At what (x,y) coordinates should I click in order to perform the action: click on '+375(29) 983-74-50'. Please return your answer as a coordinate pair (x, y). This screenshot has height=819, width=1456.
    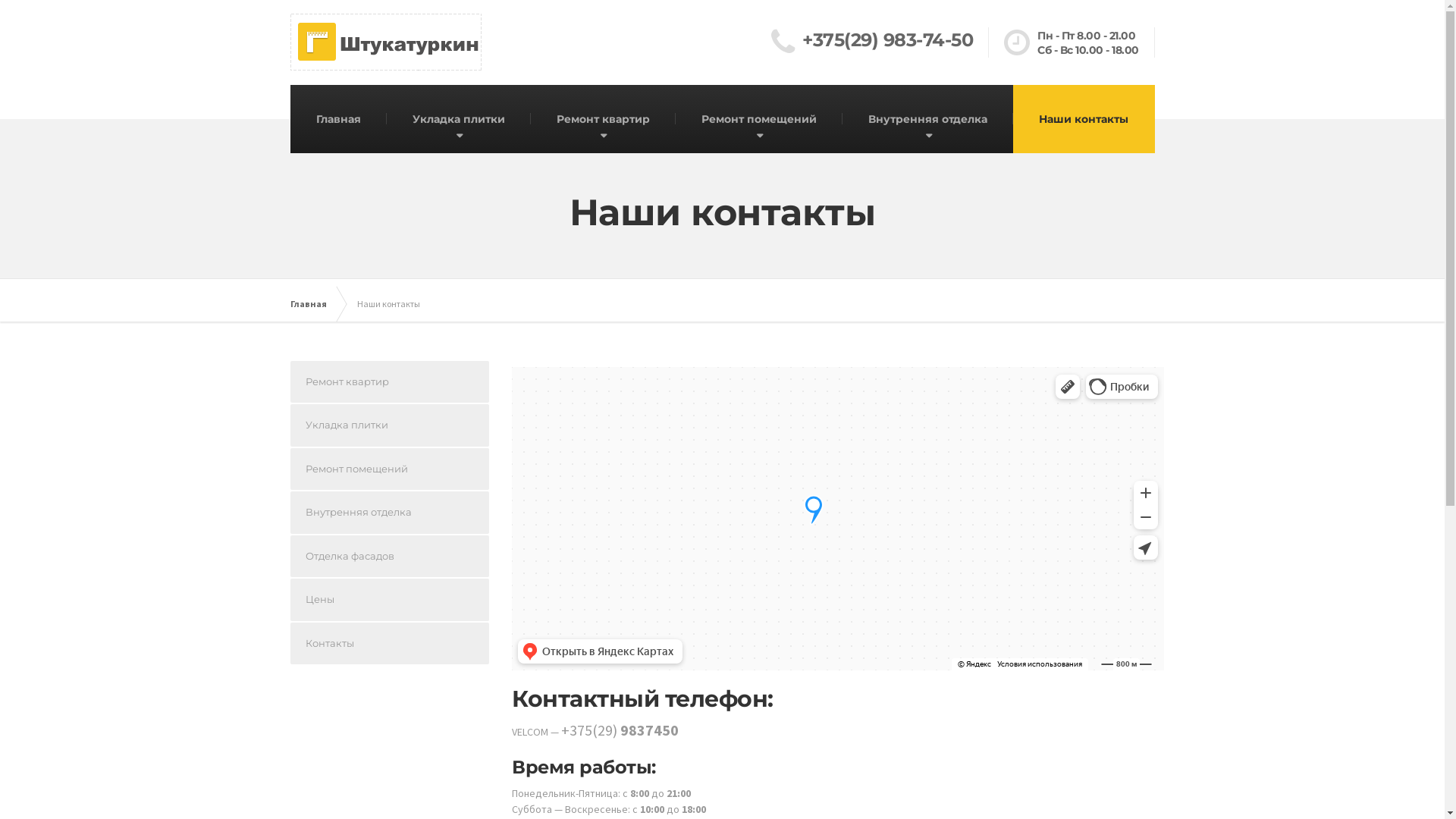
    Looking at the image, I should click on (880, 42).